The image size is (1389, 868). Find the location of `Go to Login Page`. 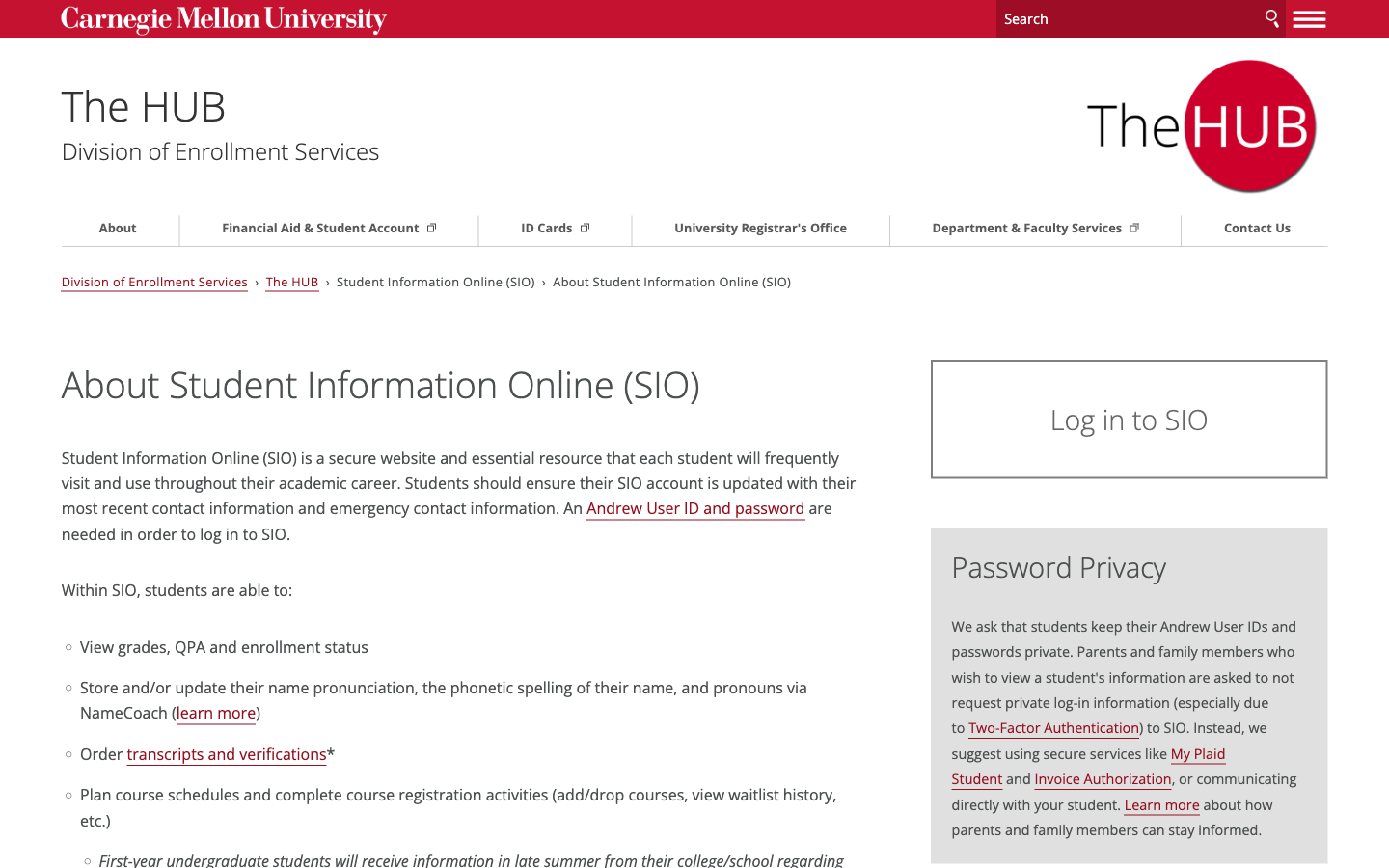

Go to Login Page is located at coordinates (1094, 419).